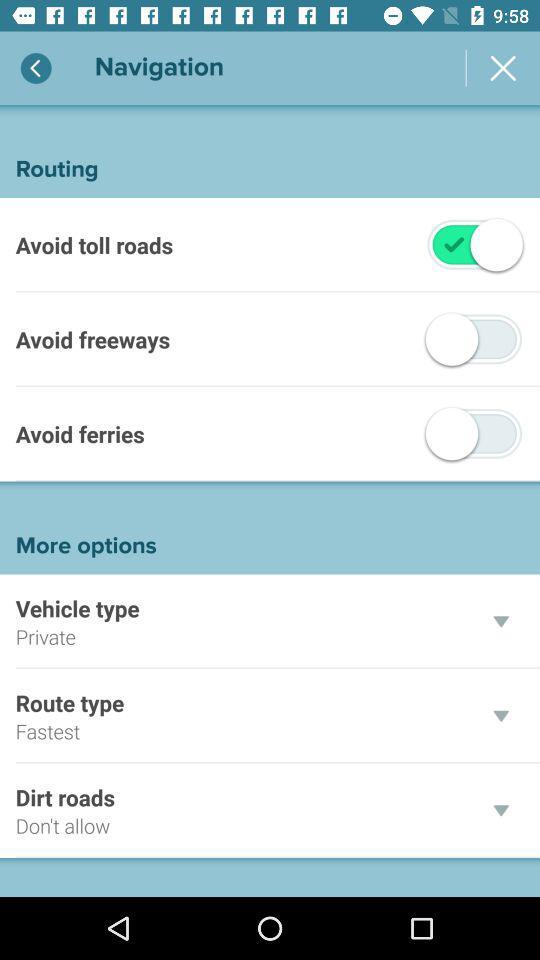 The image size is (540, 960). I want to click on the first toggle button, so click(453, 243).